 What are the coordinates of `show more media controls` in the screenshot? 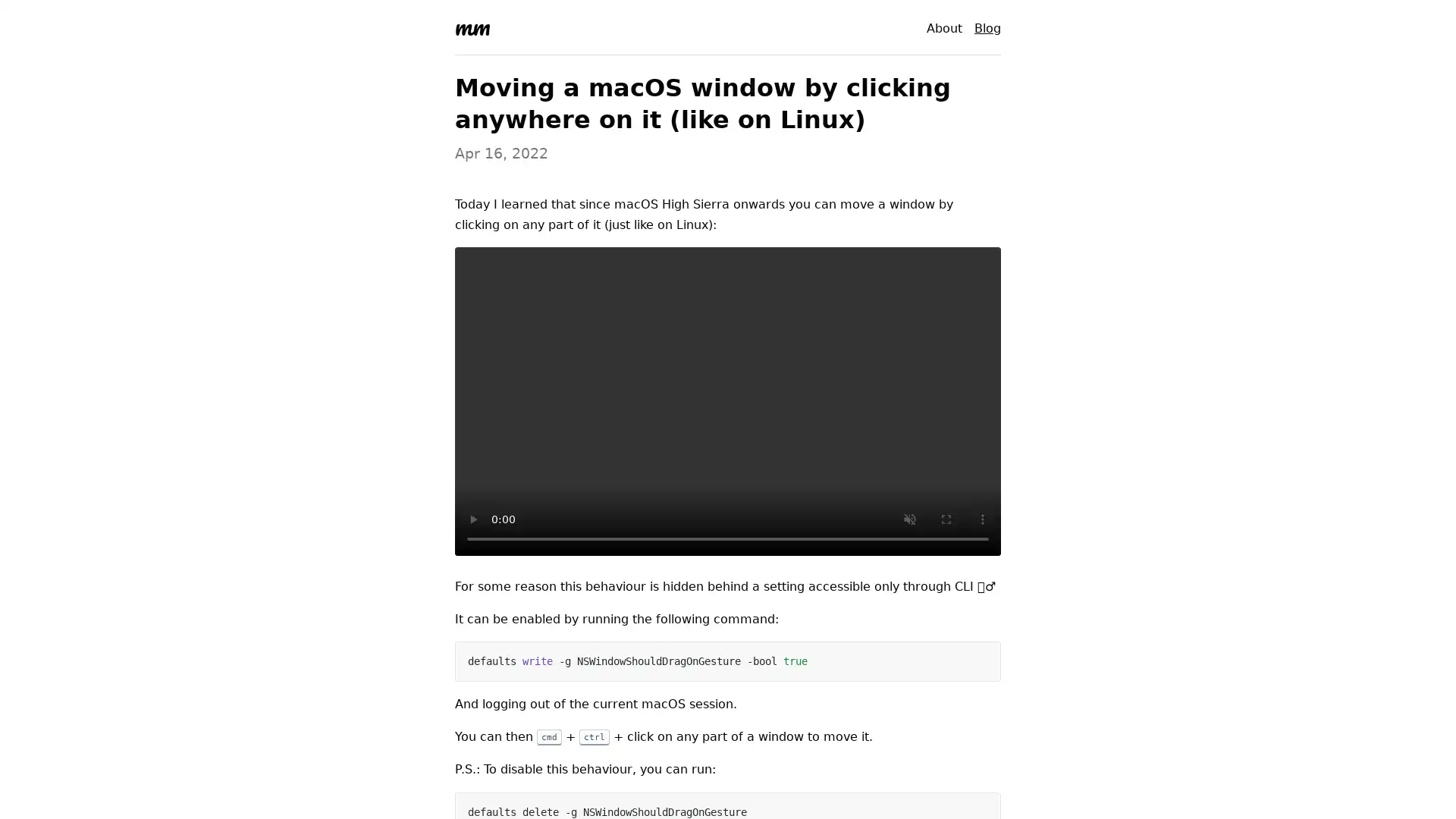 It's located at (983, 519).